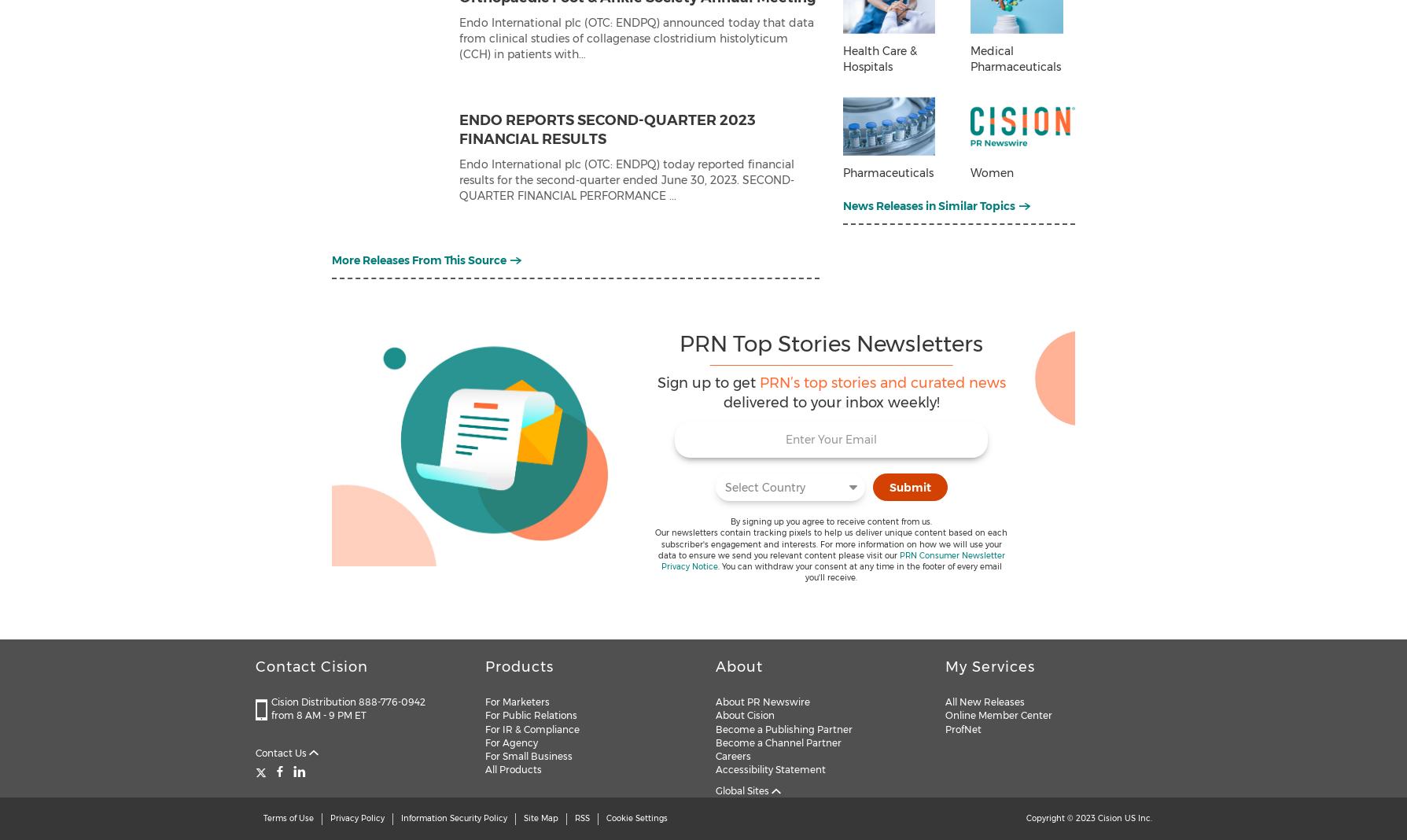  Describe the element at coordinates (784, 438) in the screenshot. I see `'Enter Your Email'` at that location.